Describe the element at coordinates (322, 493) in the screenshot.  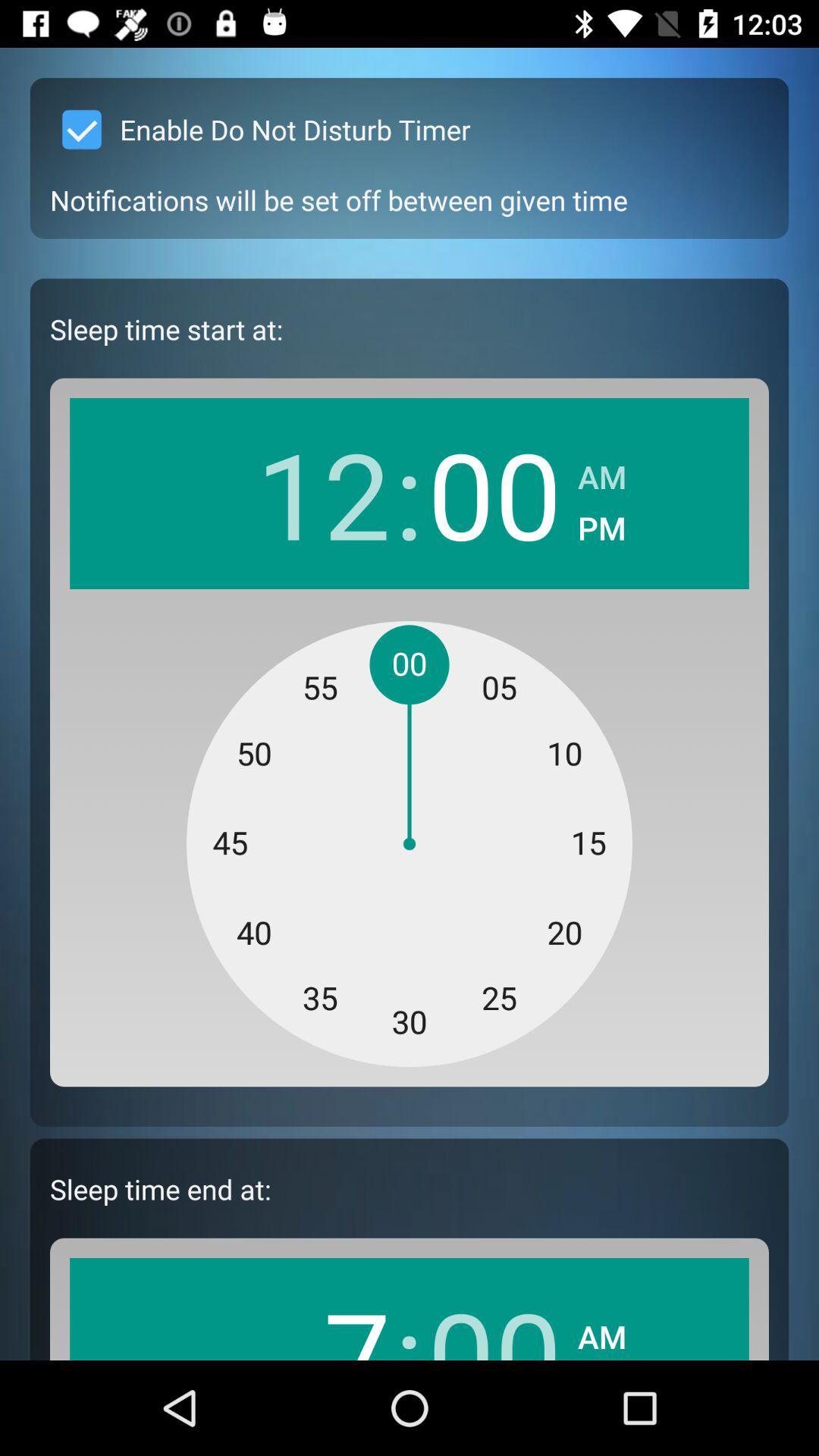
I see `the item below the sleep time start app` at that location.